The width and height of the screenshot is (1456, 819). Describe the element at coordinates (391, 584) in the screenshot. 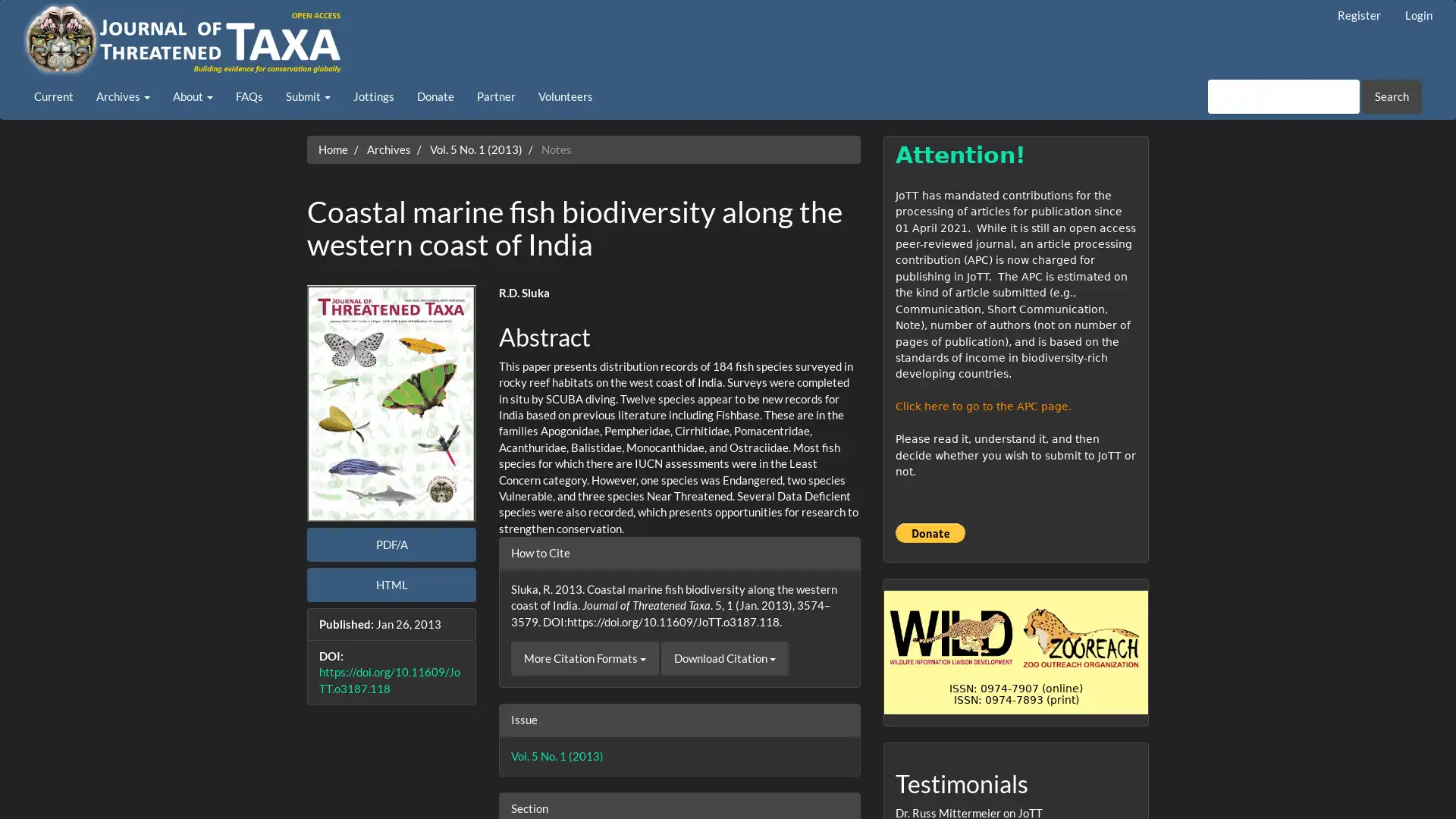

I see `HTML` at that location.